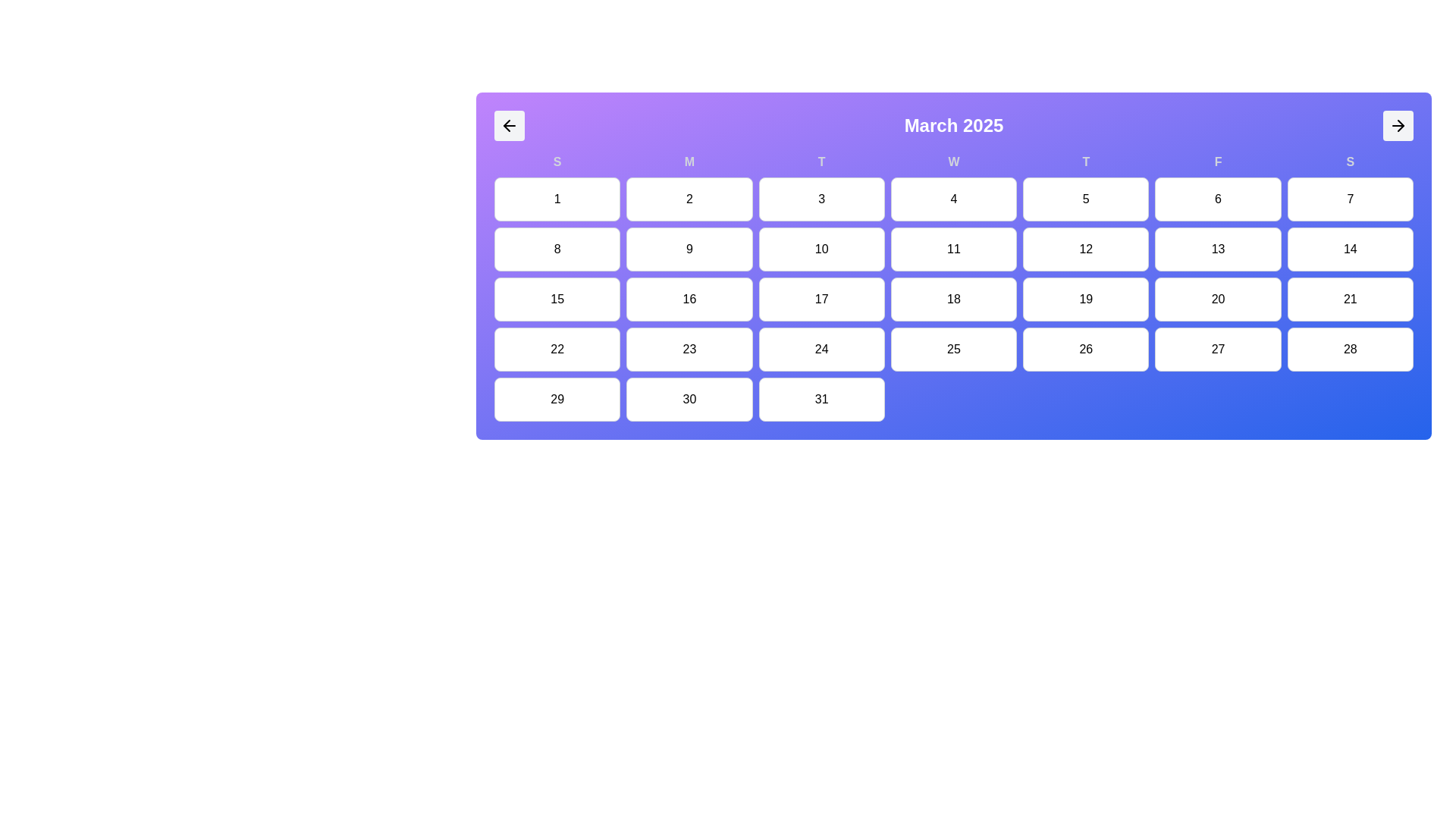  Describe the element at coordinates (689, 350) in the screenshot. I see `the clickable calendar day cell displaying '23', located in the fifth row and second column of the grid under the 'M' column` at that location.